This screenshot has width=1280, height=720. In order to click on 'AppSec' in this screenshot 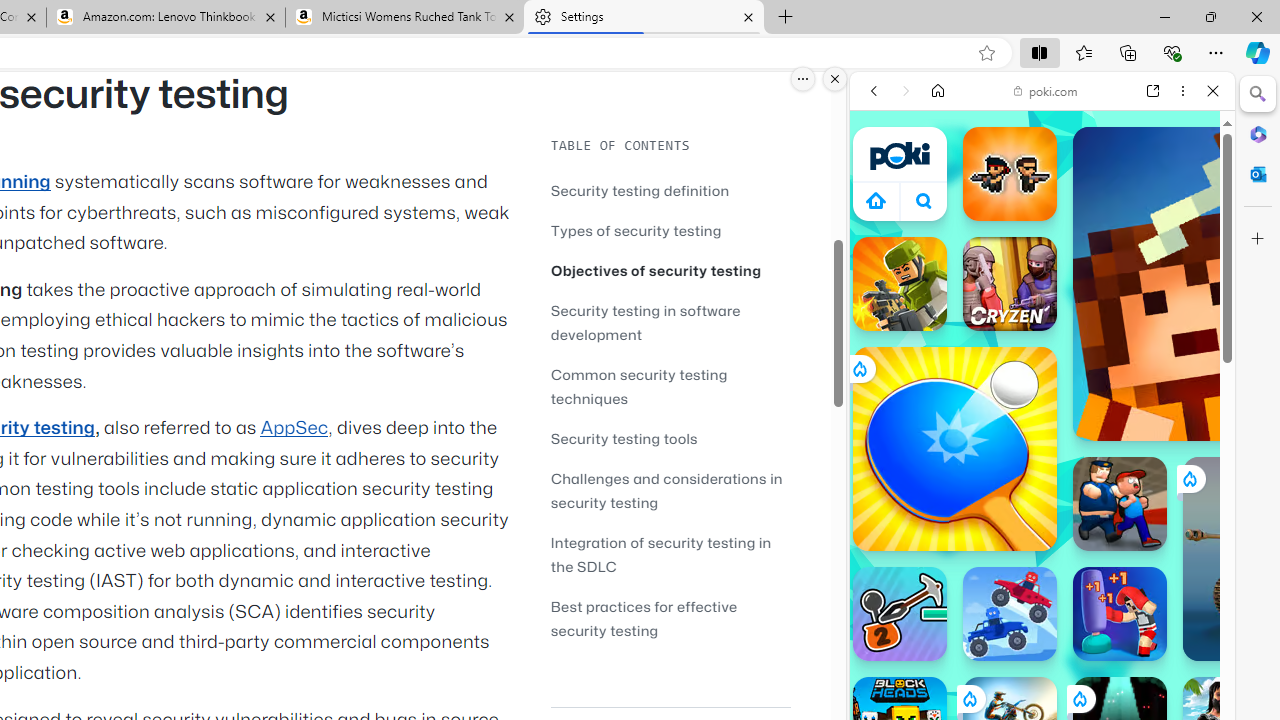, I will do `click(293, 427)`.